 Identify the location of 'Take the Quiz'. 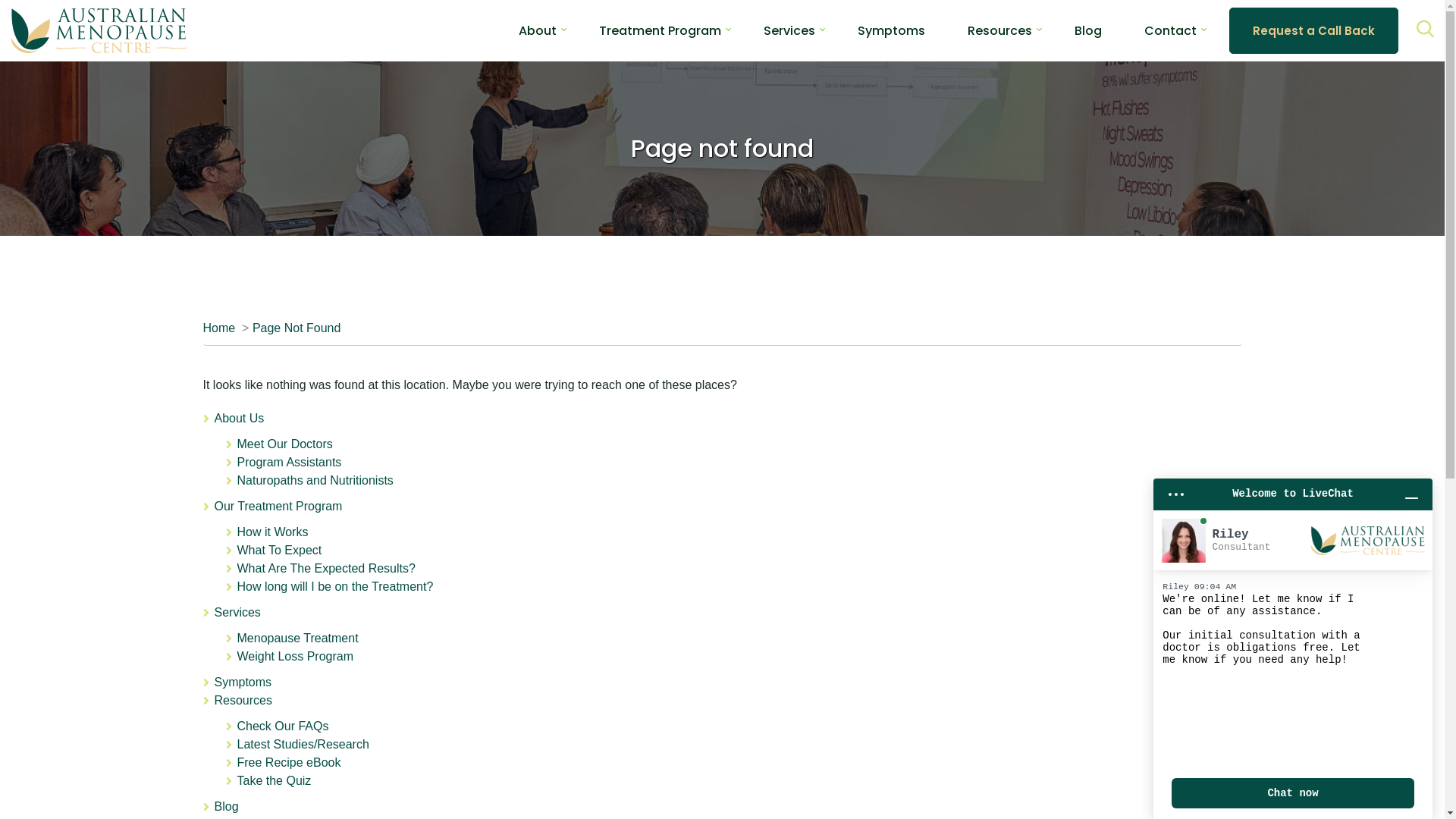
(273, 780).